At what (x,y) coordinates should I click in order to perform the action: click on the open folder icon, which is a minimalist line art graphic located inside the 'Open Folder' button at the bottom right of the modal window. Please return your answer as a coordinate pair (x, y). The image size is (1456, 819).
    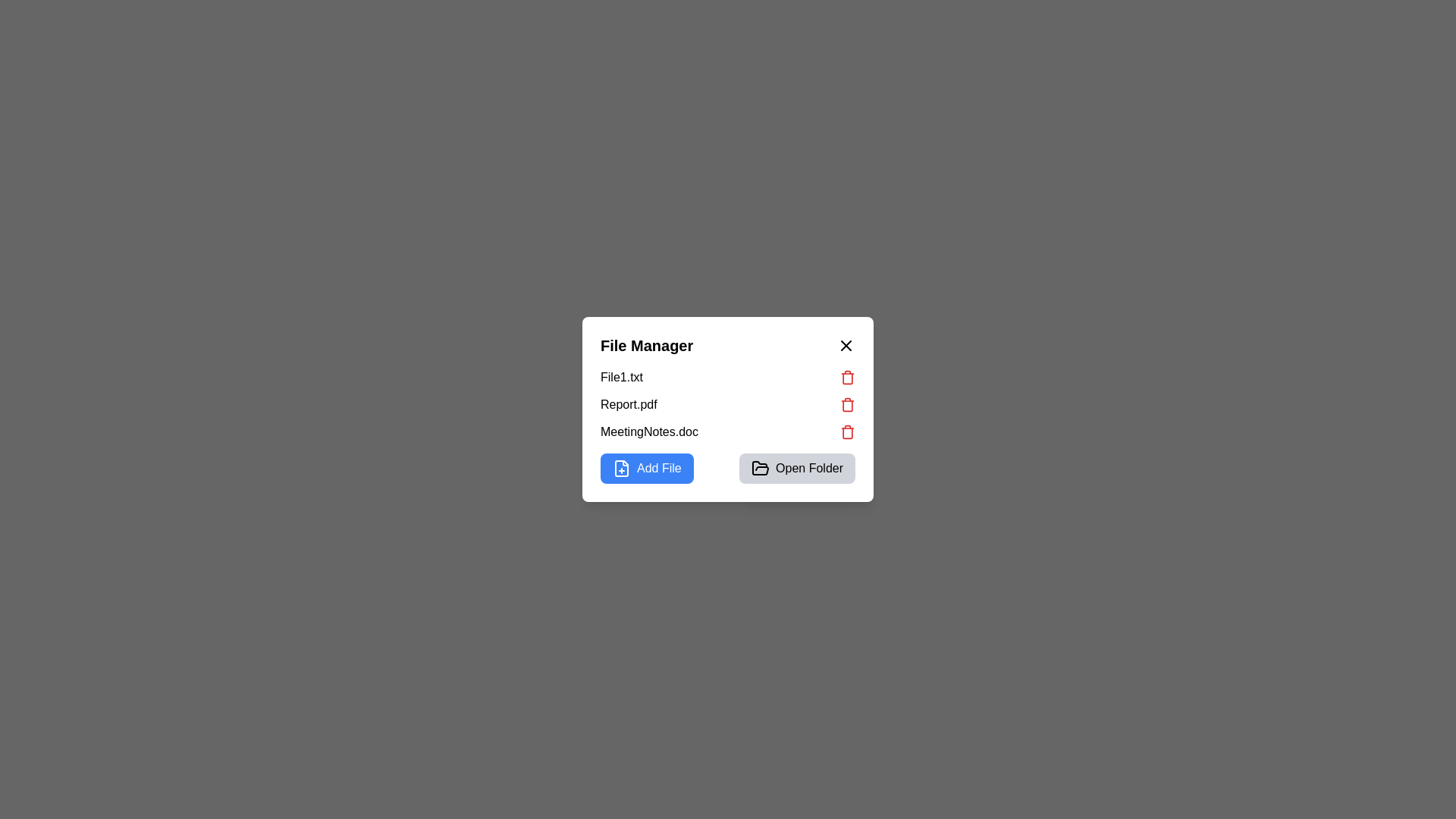
    Looking at the image, I should click on (761, 467).